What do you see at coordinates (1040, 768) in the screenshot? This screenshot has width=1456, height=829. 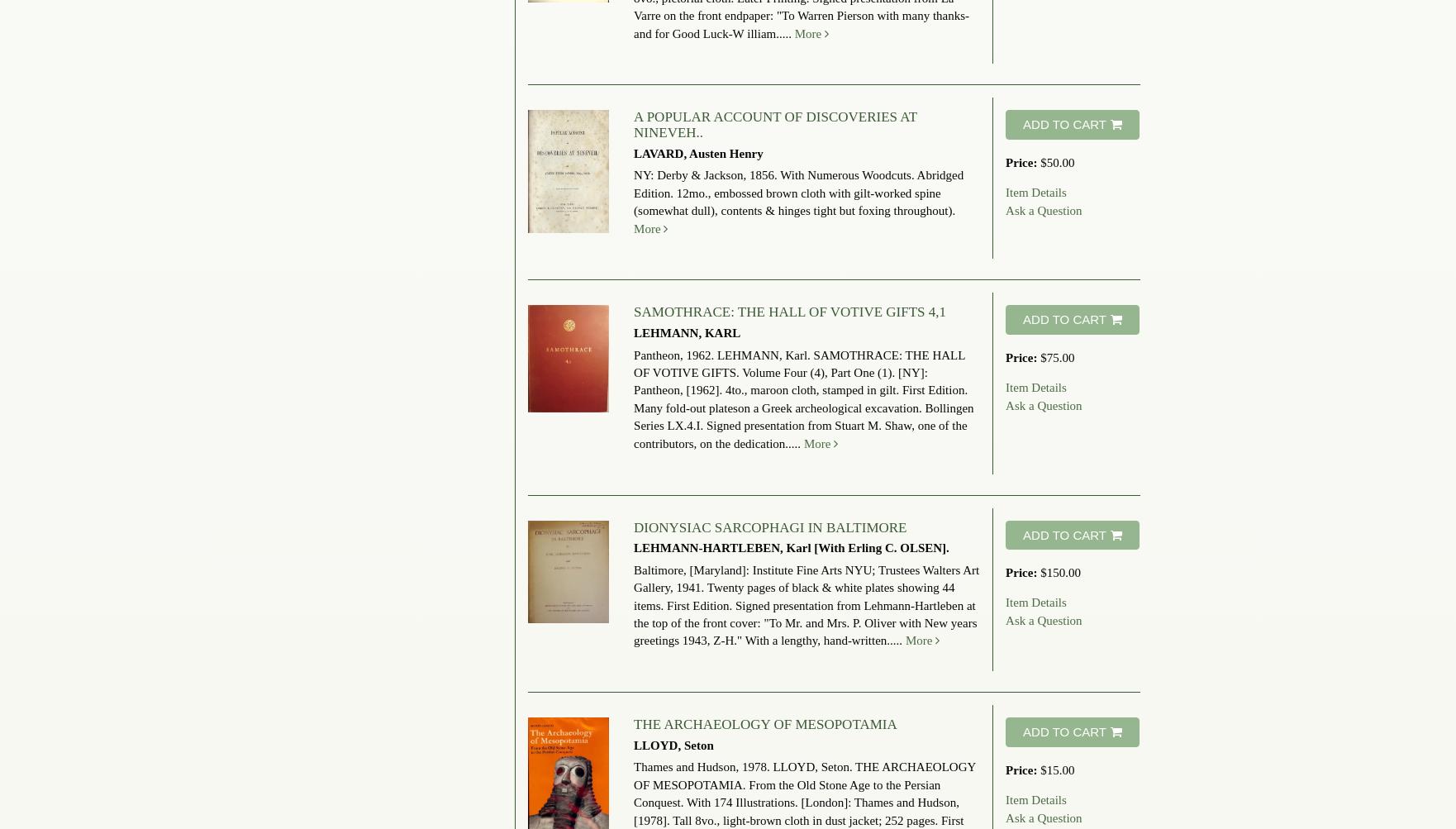 I see `'$15.00'` at bounding box center [1040, 768].